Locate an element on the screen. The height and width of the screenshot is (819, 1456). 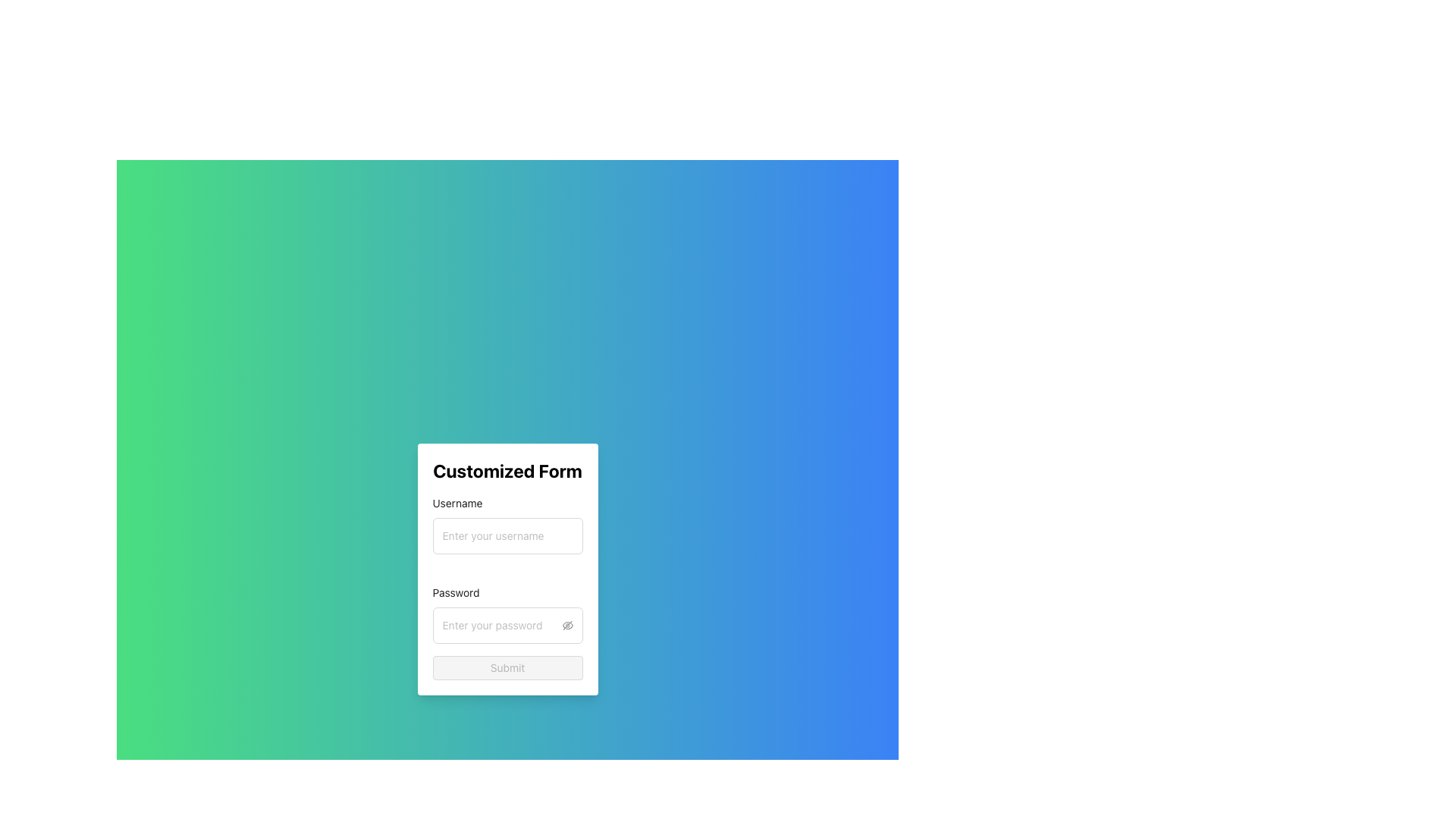
the visibility toggle icon, which resembles an eye with a slashed line through it, located on the right side of the password entry field is located at coordinates (566, 625).